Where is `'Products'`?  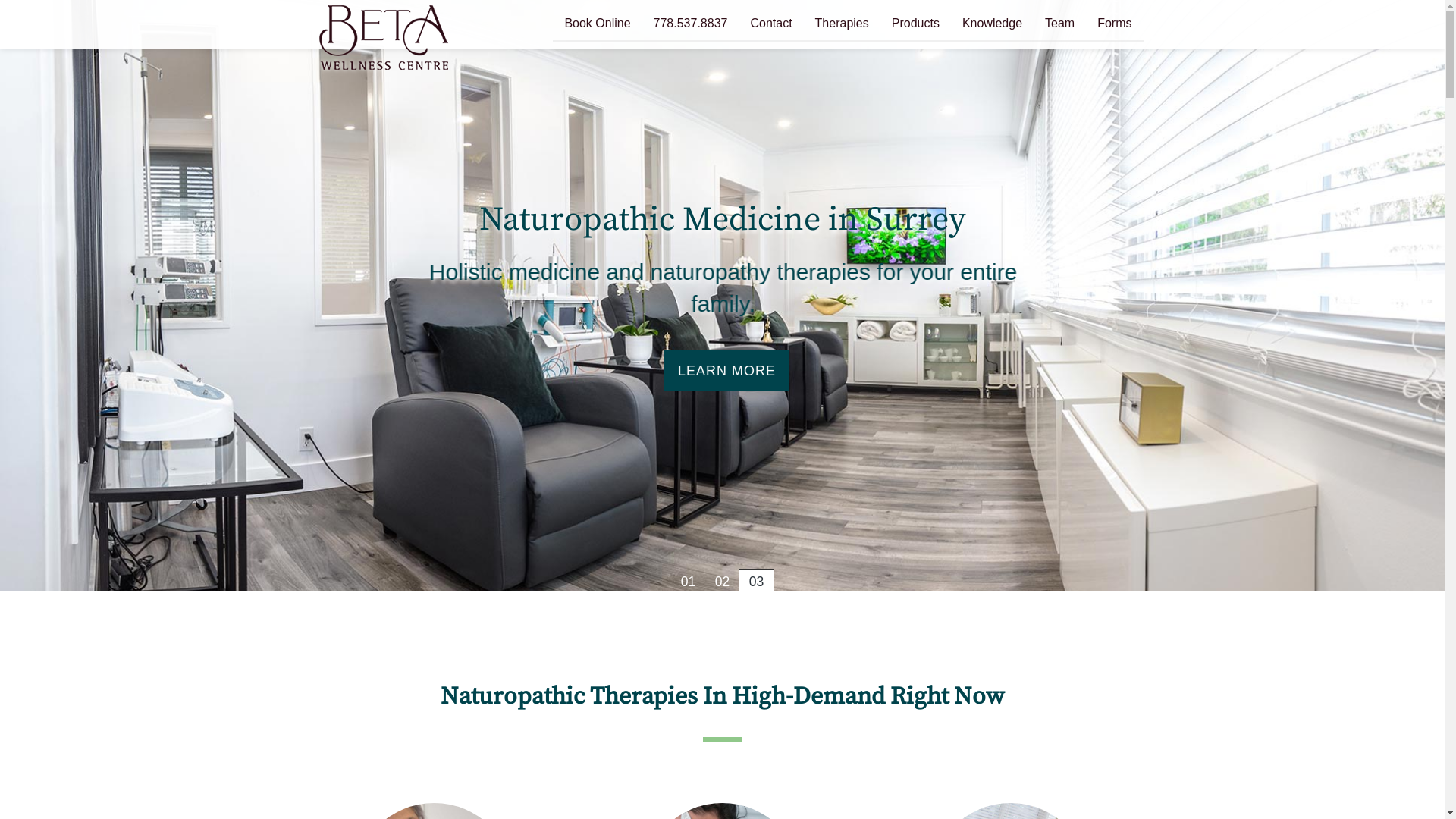 'Products' is located at coordinates (915, 25).